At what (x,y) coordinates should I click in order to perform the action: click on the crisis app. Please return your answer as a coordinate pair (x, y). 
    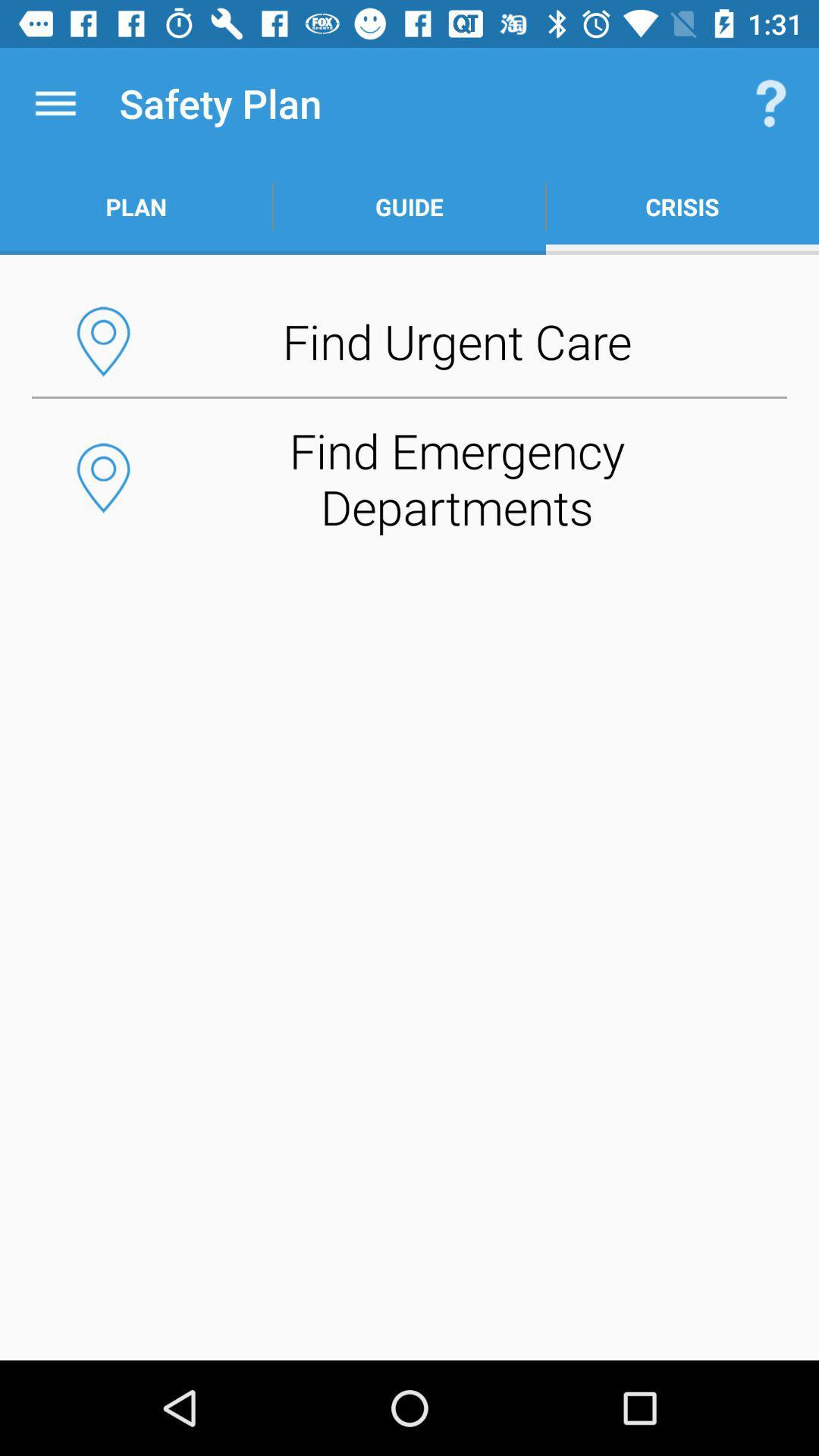
    Looking at the image, I should click on (681, 206).